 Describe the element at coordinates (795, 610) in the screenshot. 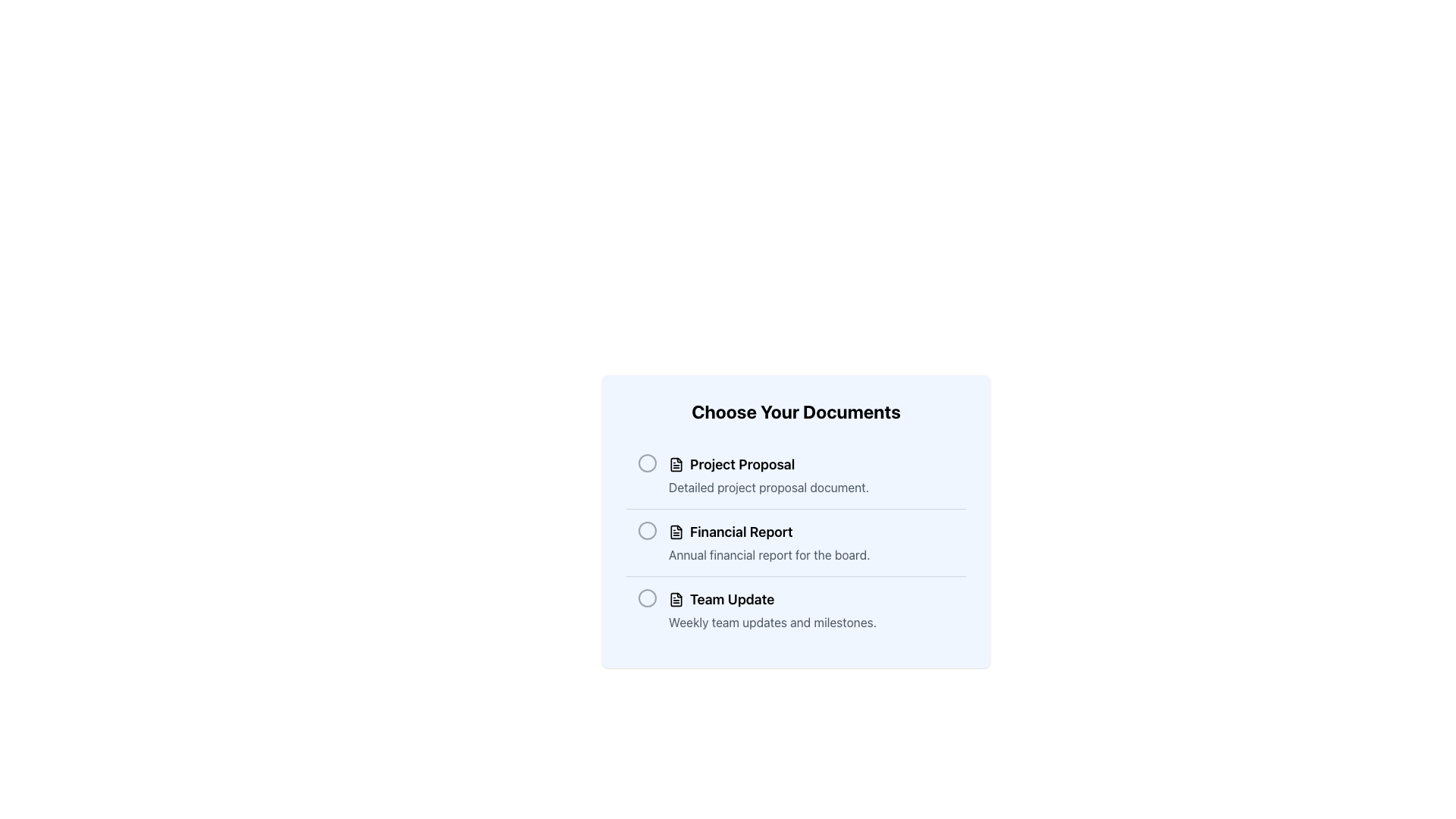

I see `the unselected radio button associated with the 'Team Update' option` at that location.